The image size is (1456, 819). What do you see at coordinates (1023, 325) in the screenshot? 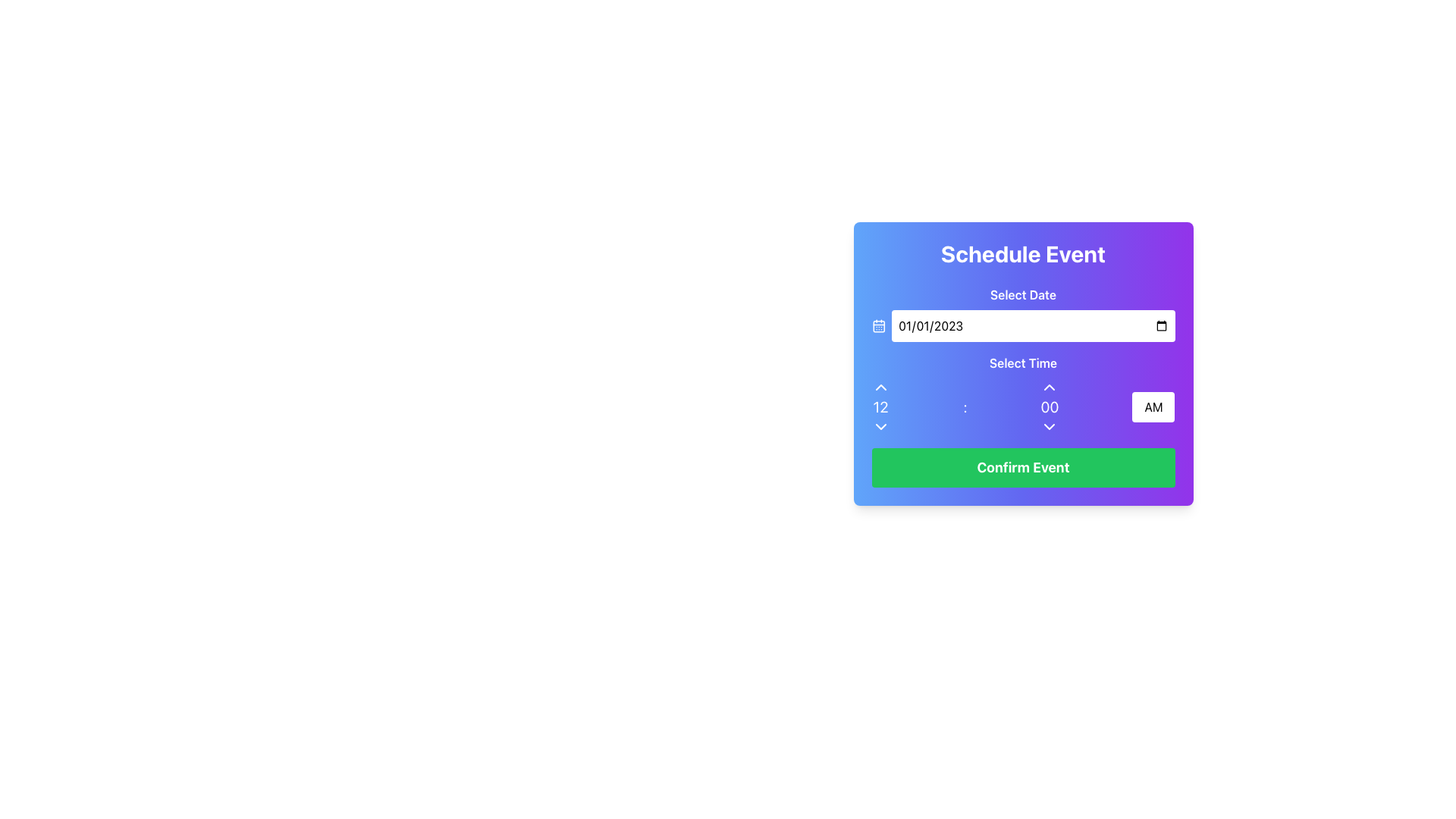
I see `the input field of the Date Picker located in the 'Select Date' section of the 'Schedule Event' modal to modify the date` at bounding box center [1023, 325].